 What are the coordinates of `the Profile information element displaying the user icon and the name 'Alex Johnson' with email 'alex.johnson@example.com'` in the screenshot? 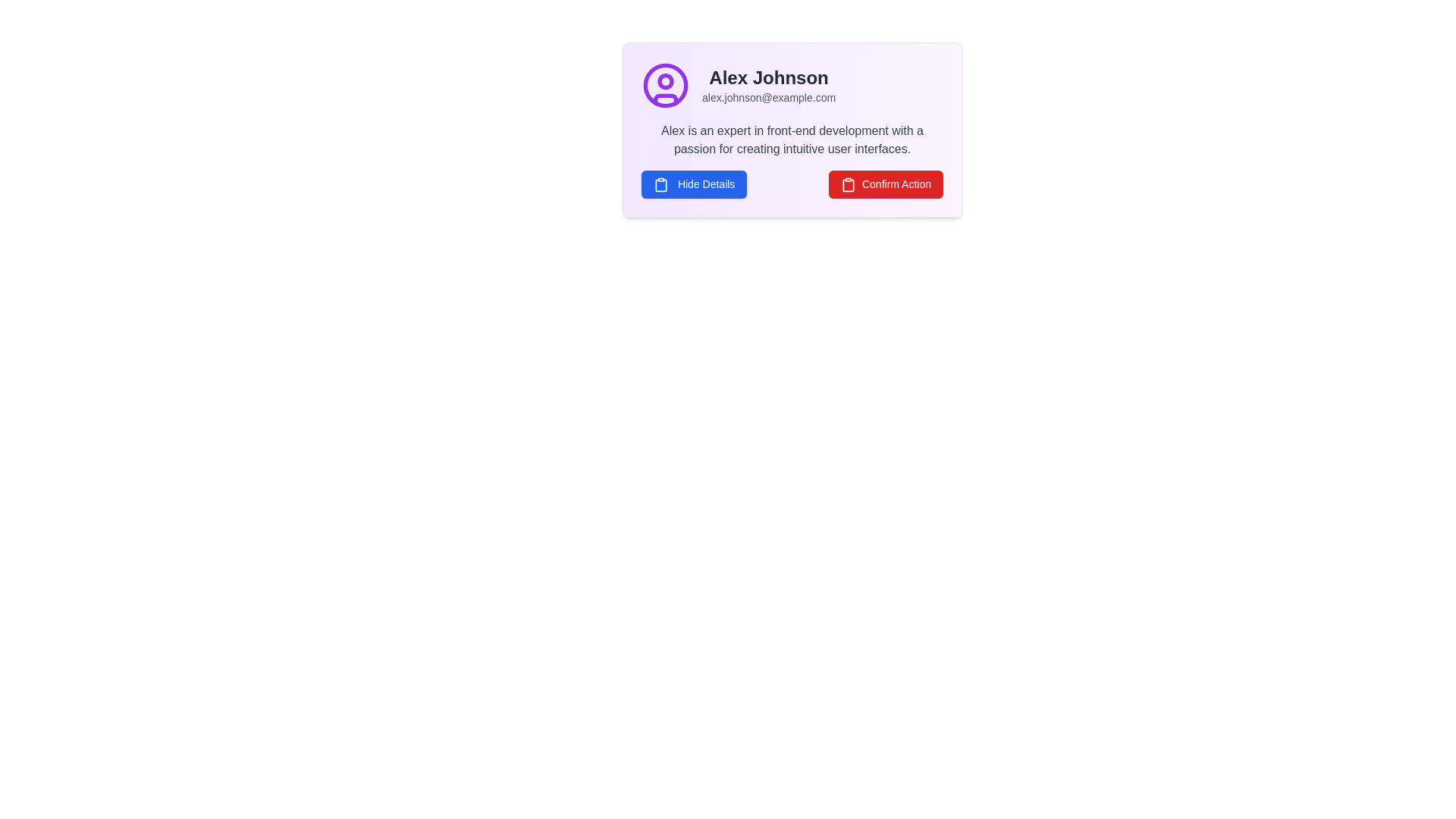 It's located at (792, 85).